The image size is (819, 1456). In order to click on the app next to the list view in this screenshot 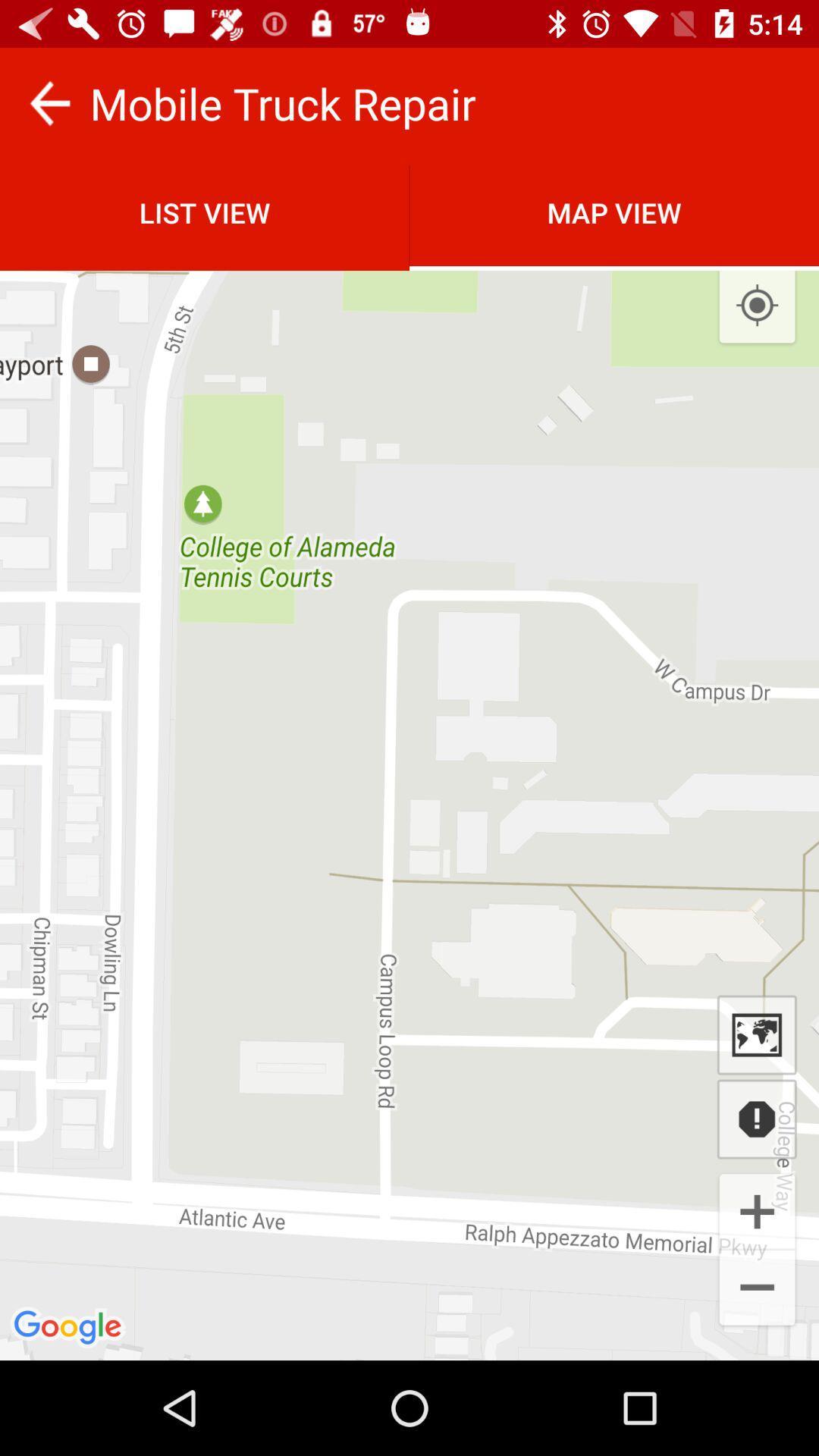, I will do `click(757, 305)`.